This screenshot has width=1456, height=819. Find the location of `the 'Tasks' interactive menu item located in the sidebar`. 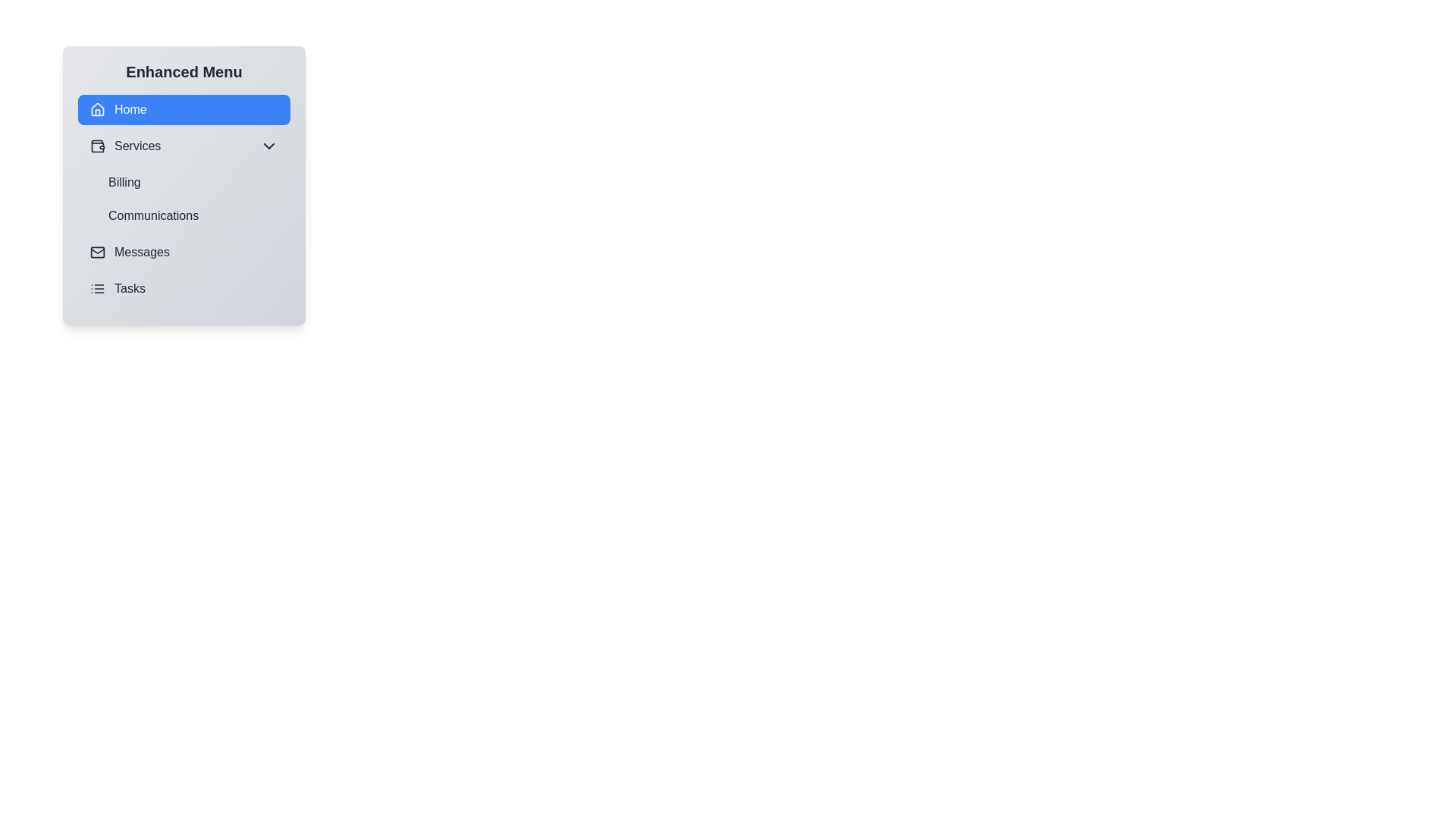

the 'Tasks' interactive menu item located in the sidebar is located at coordinates (184, 289).